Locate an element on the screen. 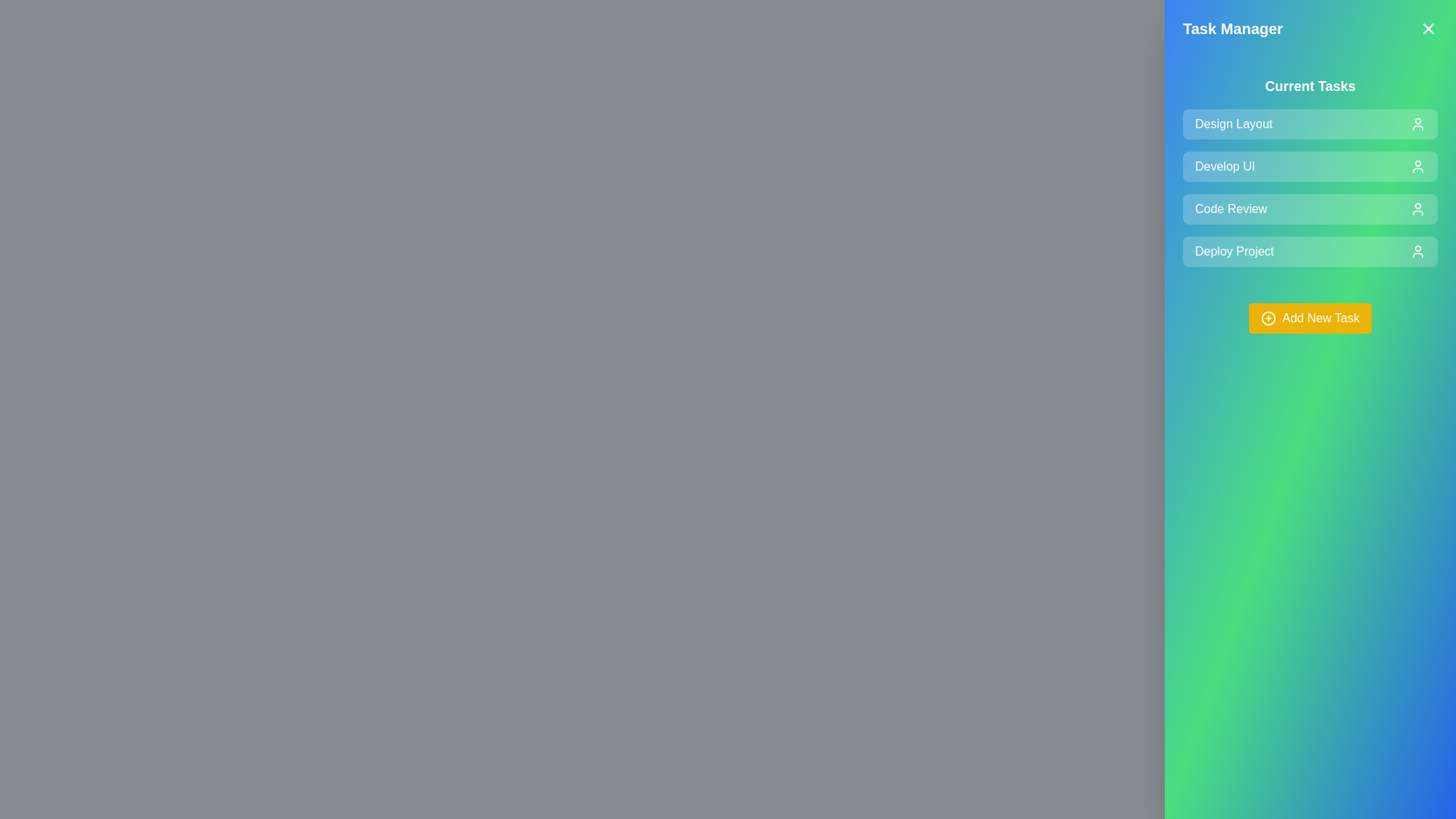 This screenshot has height=819, width=1456. the user assignment icon located in the top-right corner of the 'Develop UI' card is located at coordinates (1417, 166).